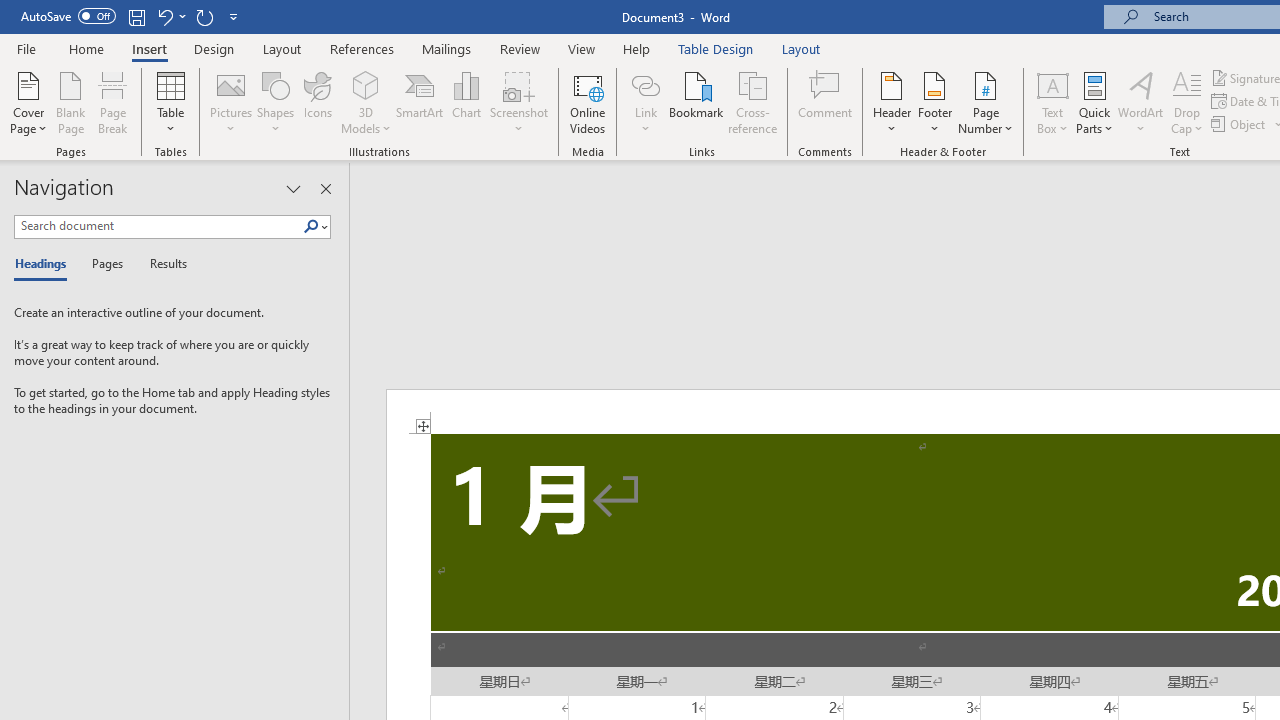 This screenshot has width=1280, height=720. I want to click on 'Pages', so click(104, 264).